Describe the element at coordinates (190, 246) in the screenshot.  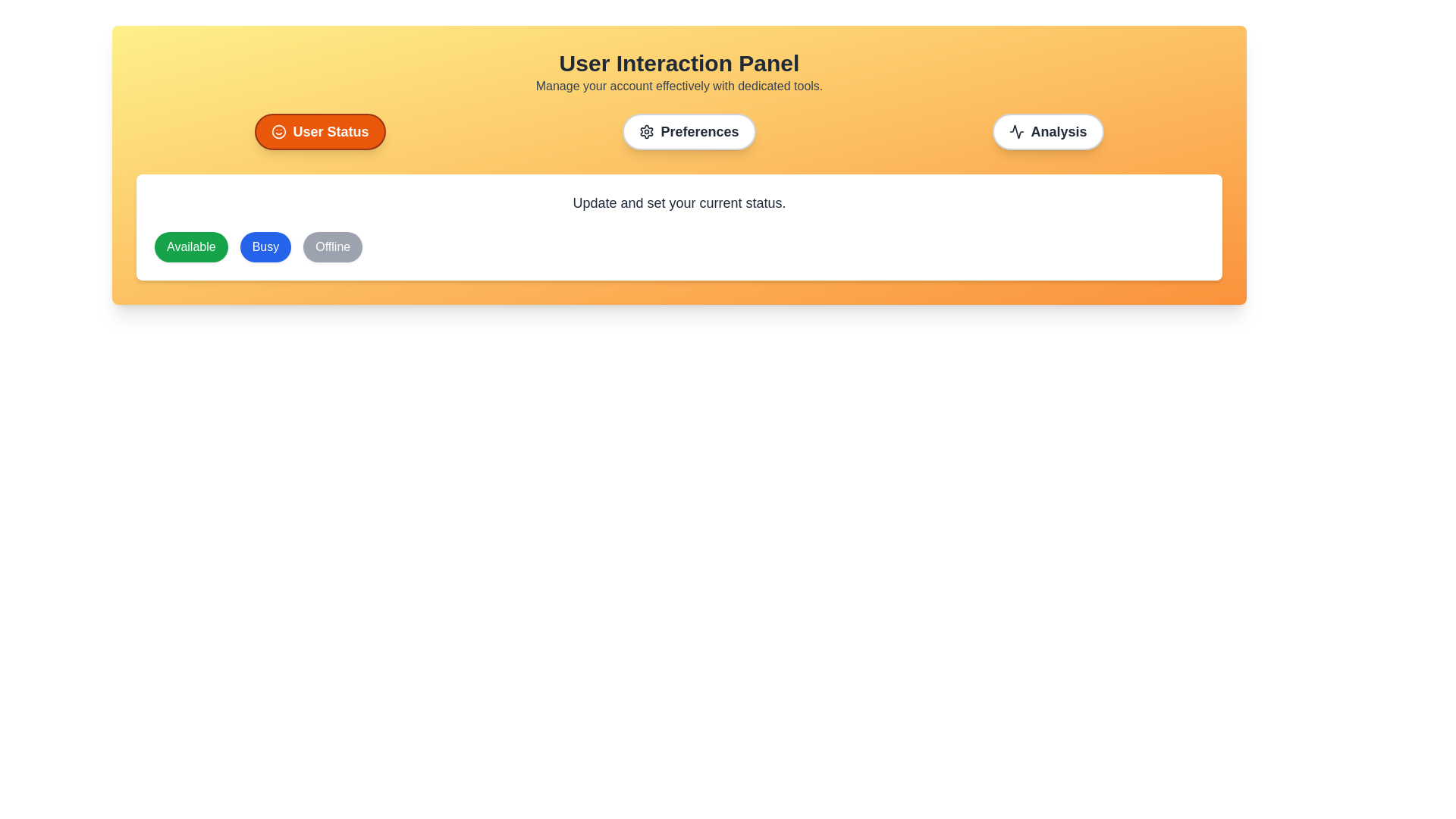
I see `the user status to Available by clicking the corresponding button` at that location.